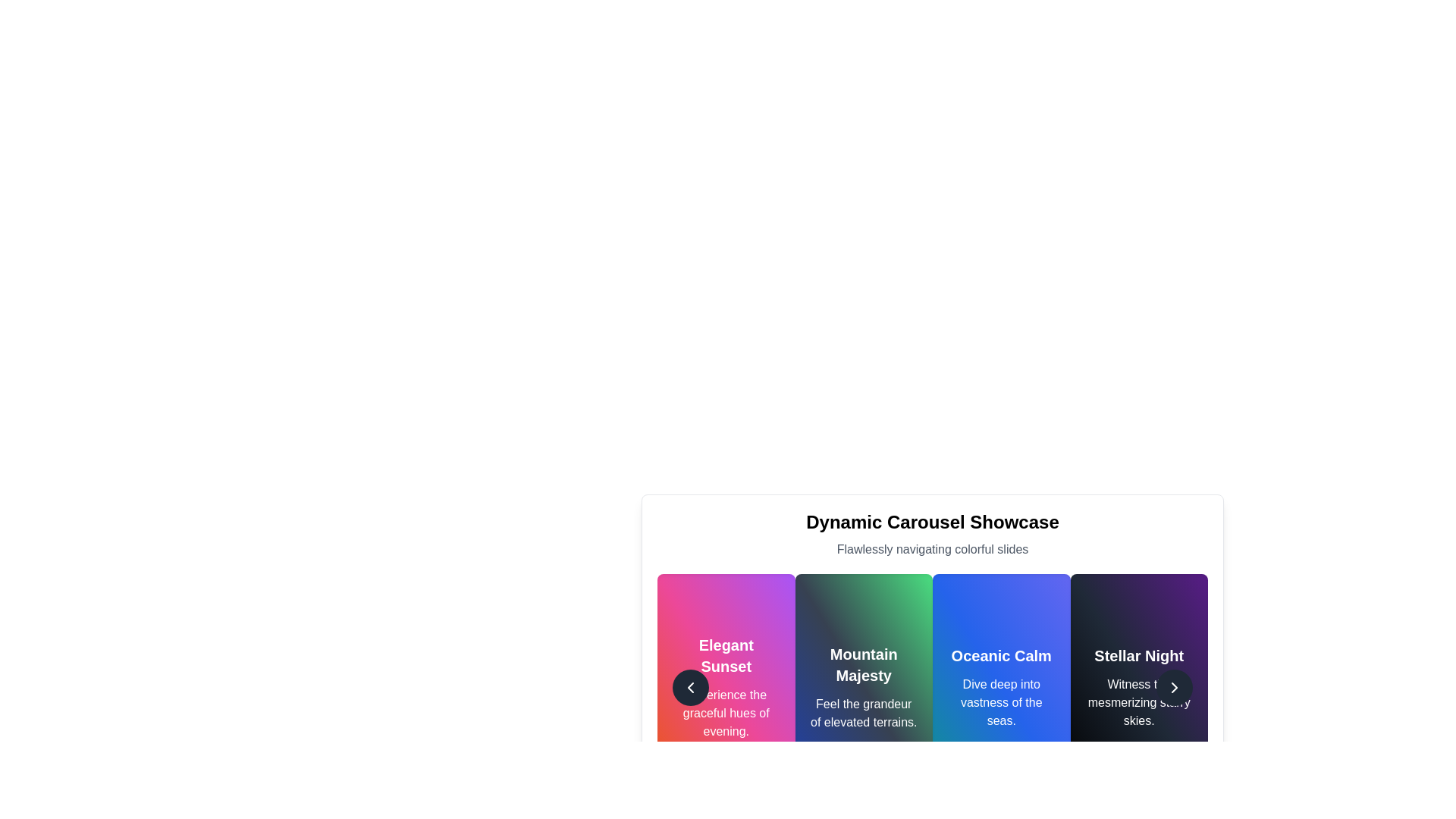 The image size is (1456, 819). I want to click on the main carousel tiles in the 'Dynamic Carousel Showcase', so click(931, 687).